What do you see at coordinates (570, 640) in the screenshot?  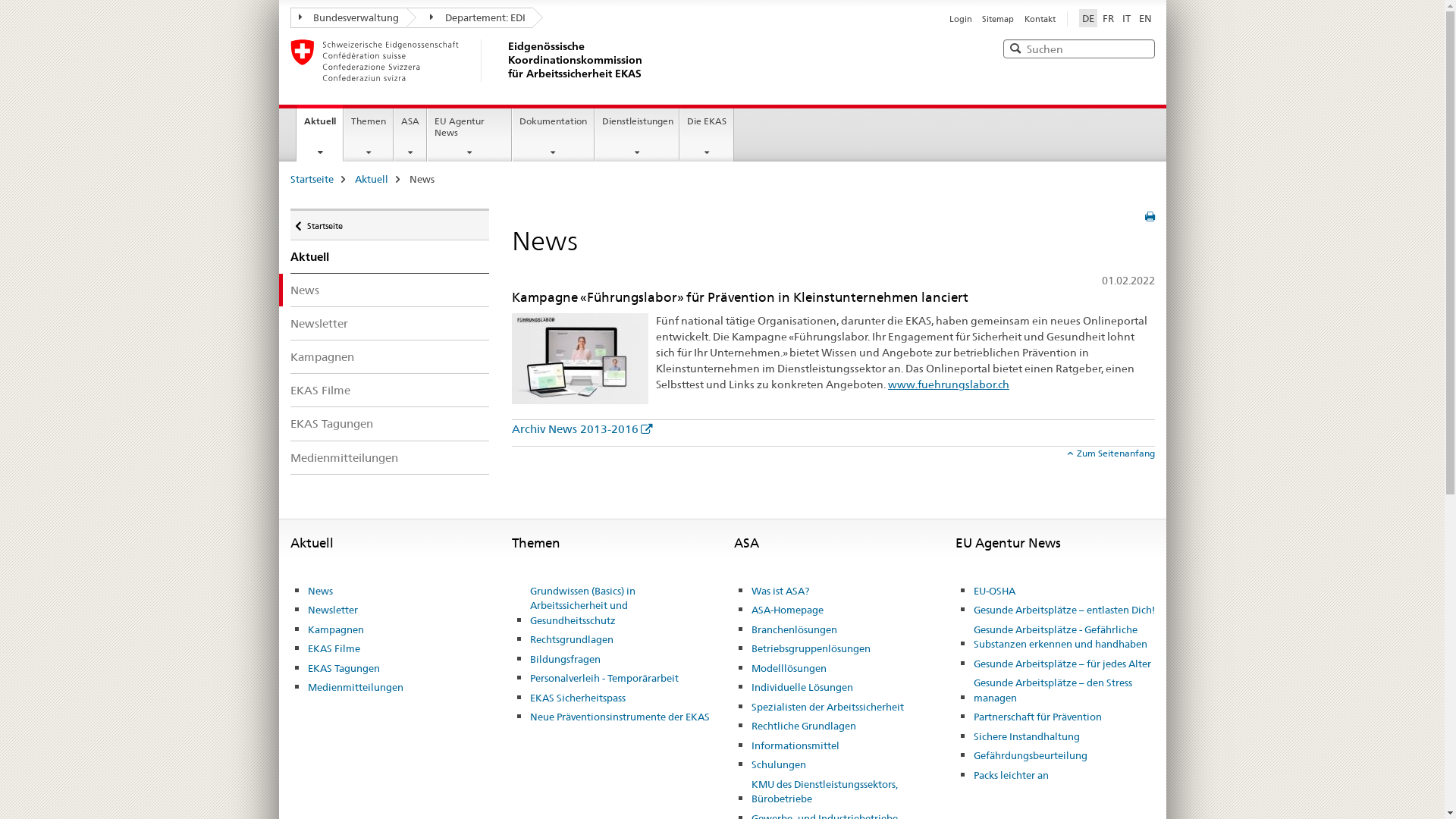 I see `'Rechtsgrundlagen'` at bounding box center [570, 640].